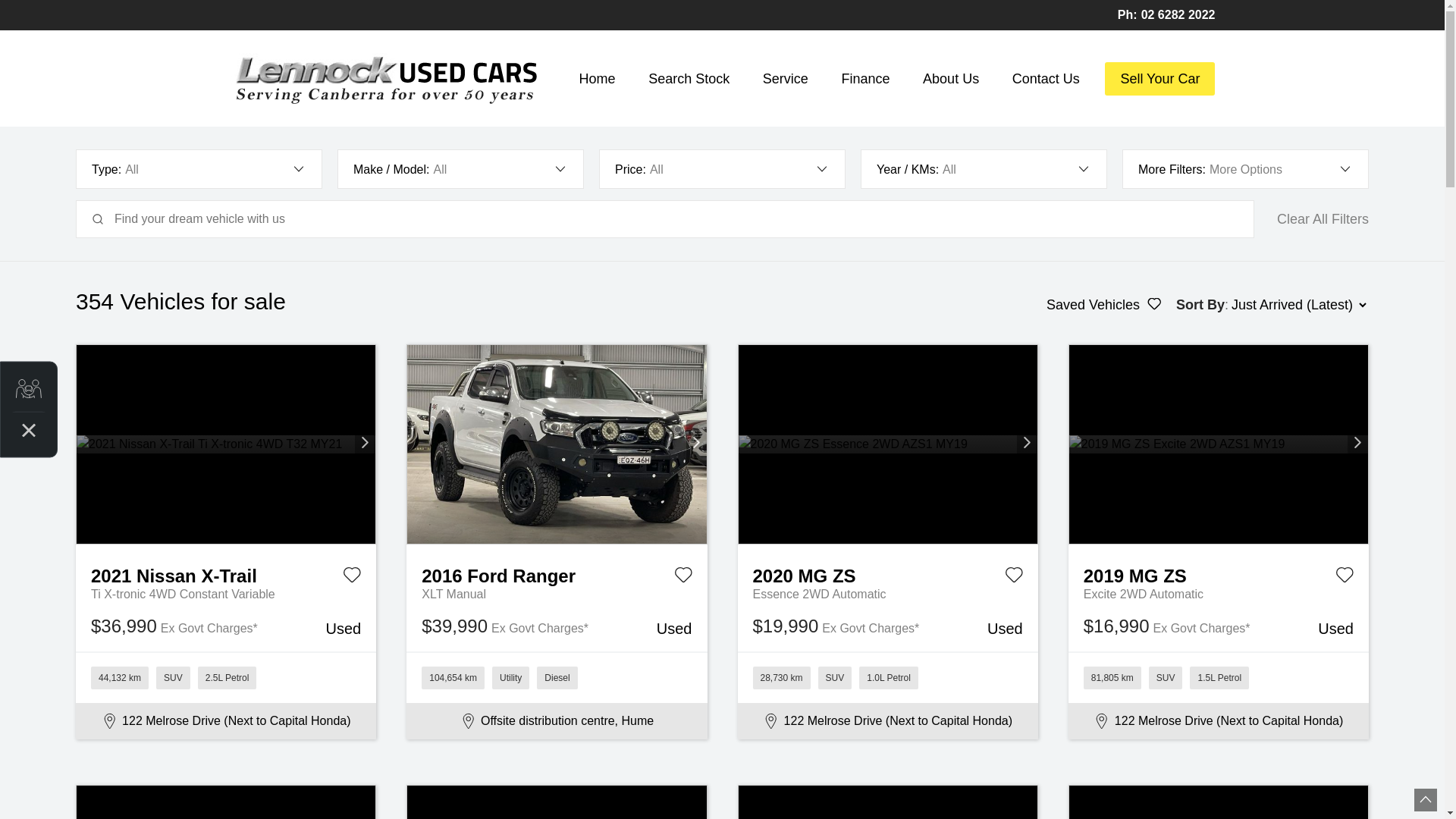 The height and width of the screenshot is (819, 1456). Describe the element at coordinates (1103, 304) in the screenshot. I see `'Saved Vehicles'` at that location.